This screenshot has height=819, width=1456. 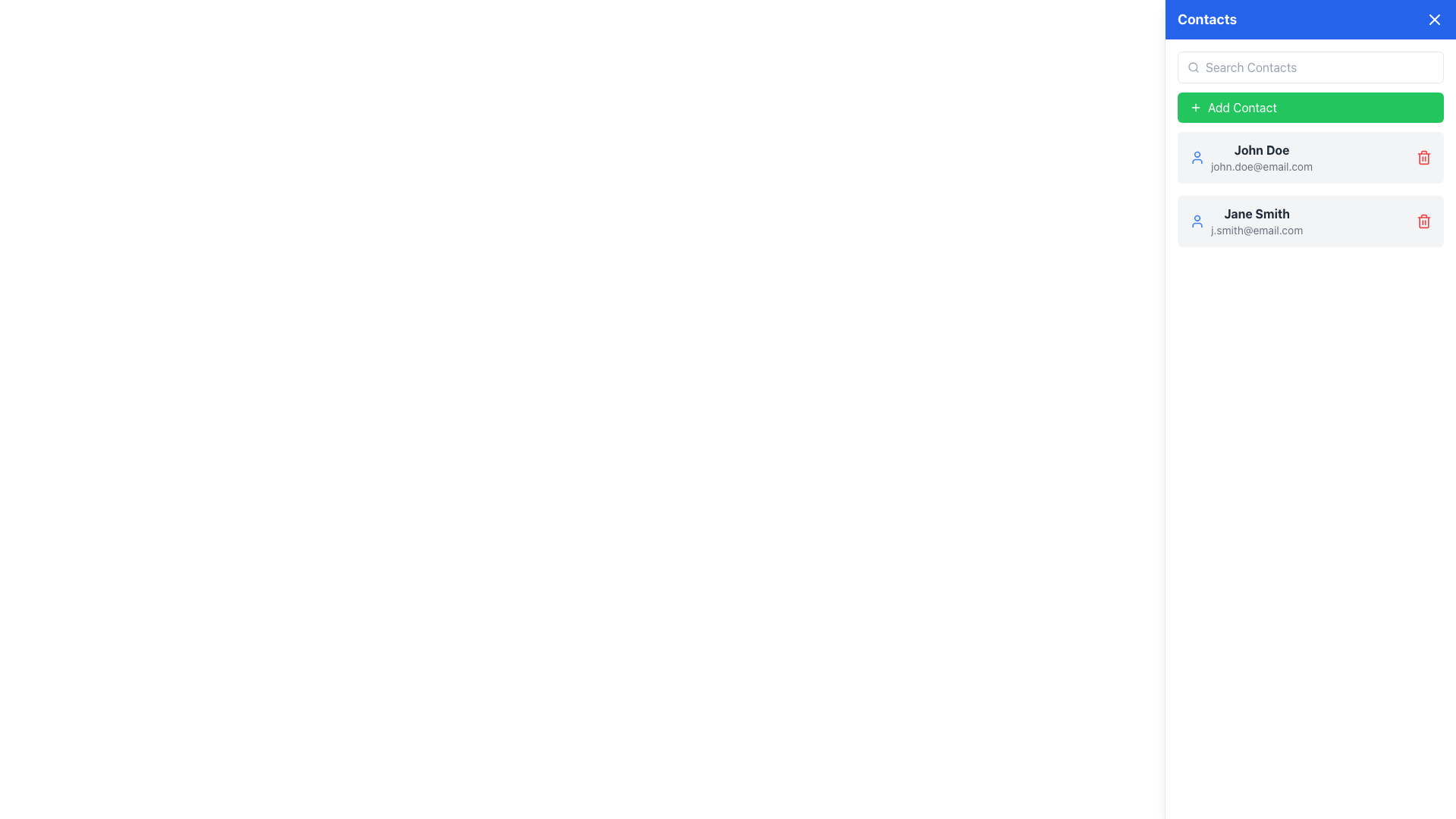 I want to click on displayed information from the static text containing 'Jane Smith' and 'j.smith@email.com' in the second contact card, so click(x=1257, y=221).